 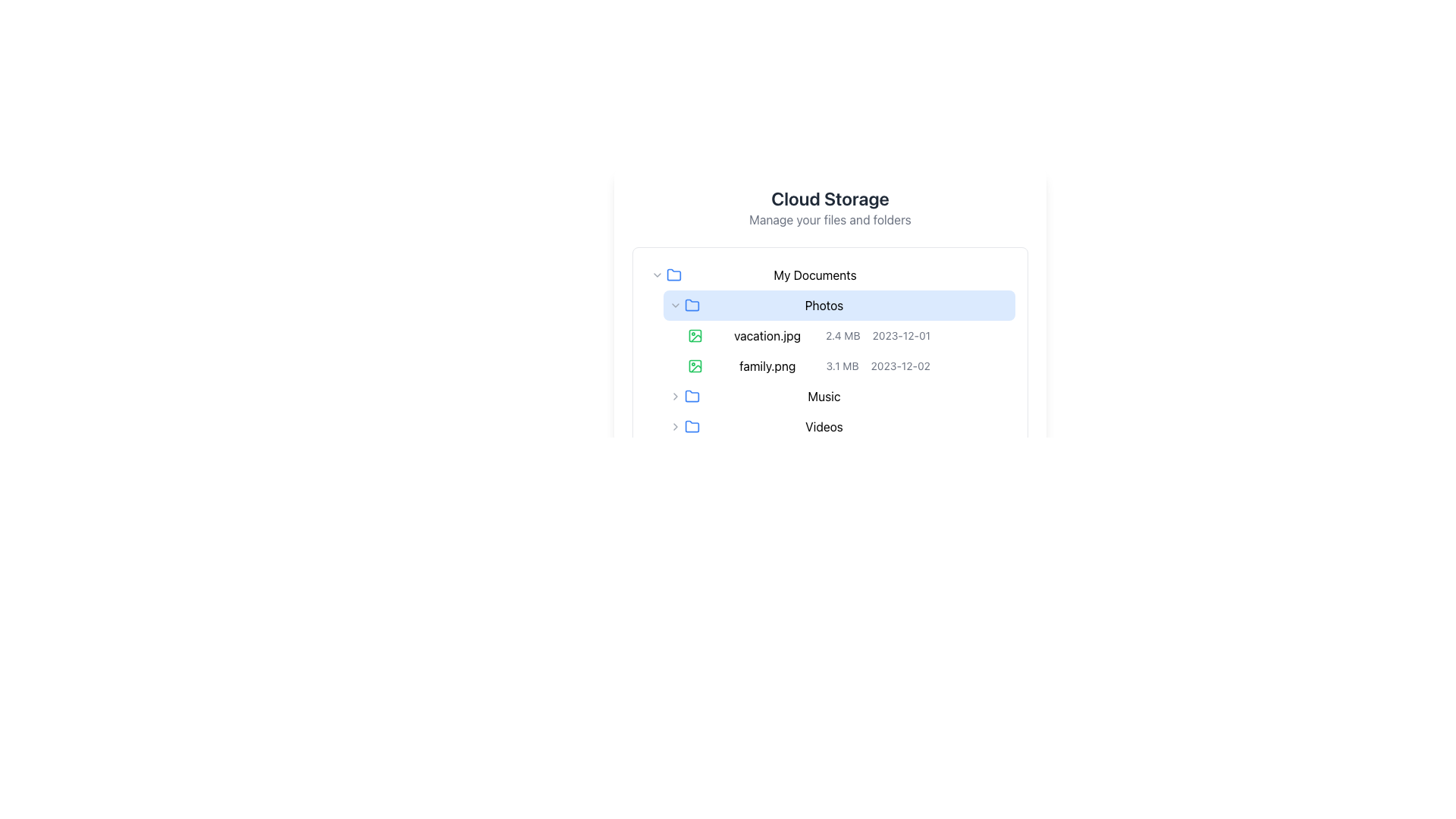 I want to click on the 'Music' folder button, so click(x=829, y=396).